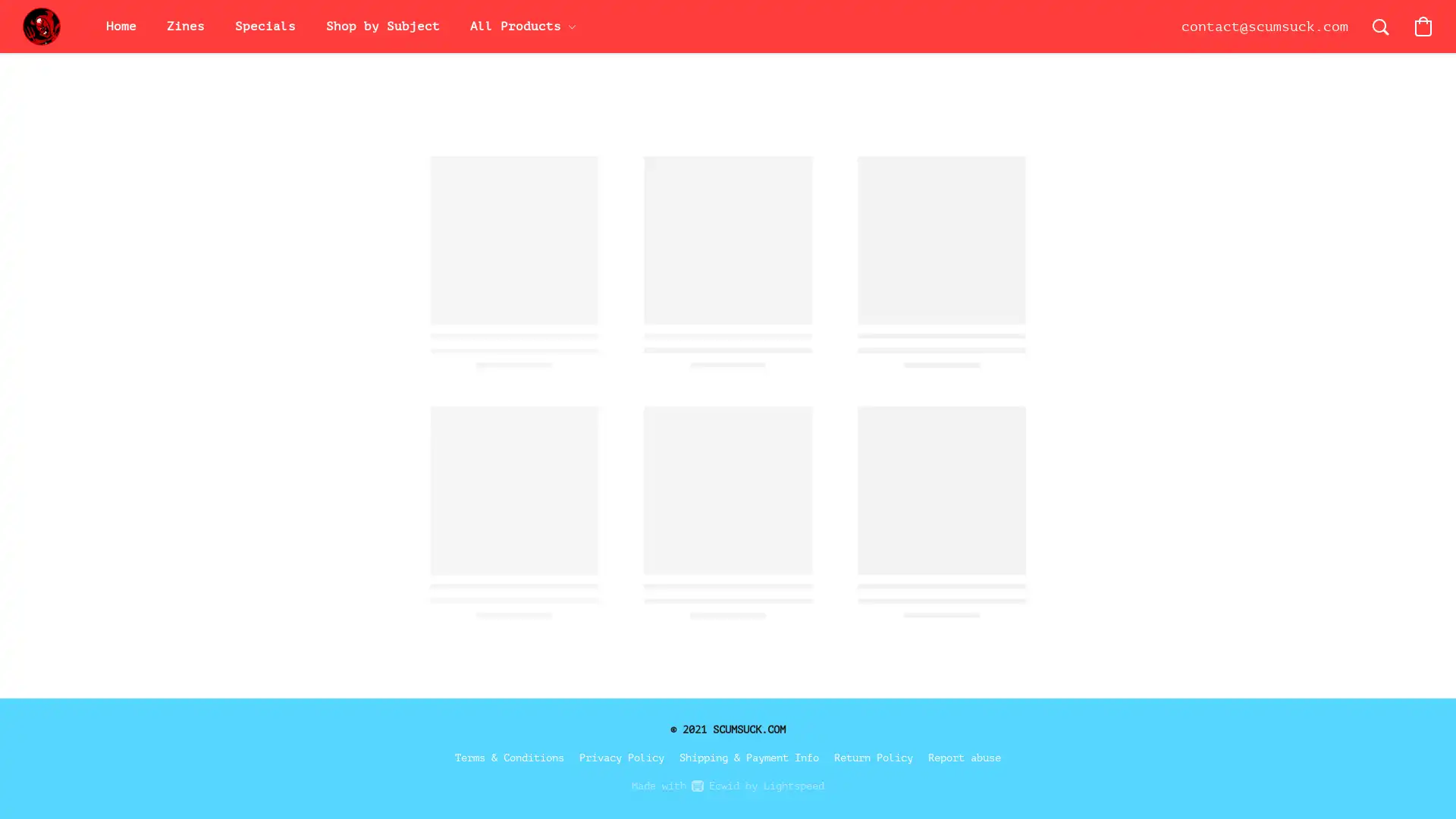  What do you see at coordinates (1241, 503) in the screenshot?
I see `Accept All Cookies` at bounding box center [1241, 503].